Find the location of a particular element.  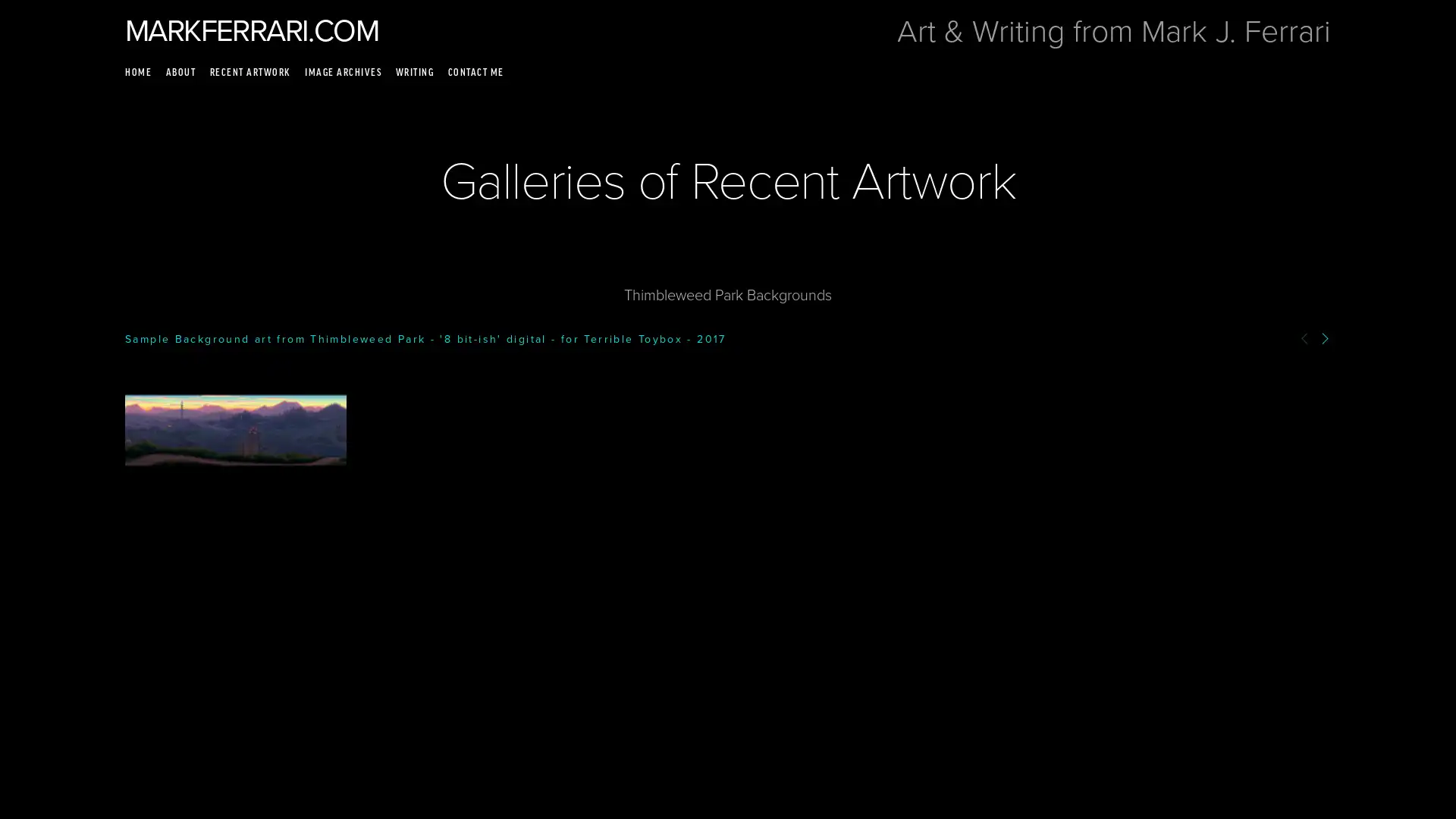

Next is located at coordinates (1324, 337).